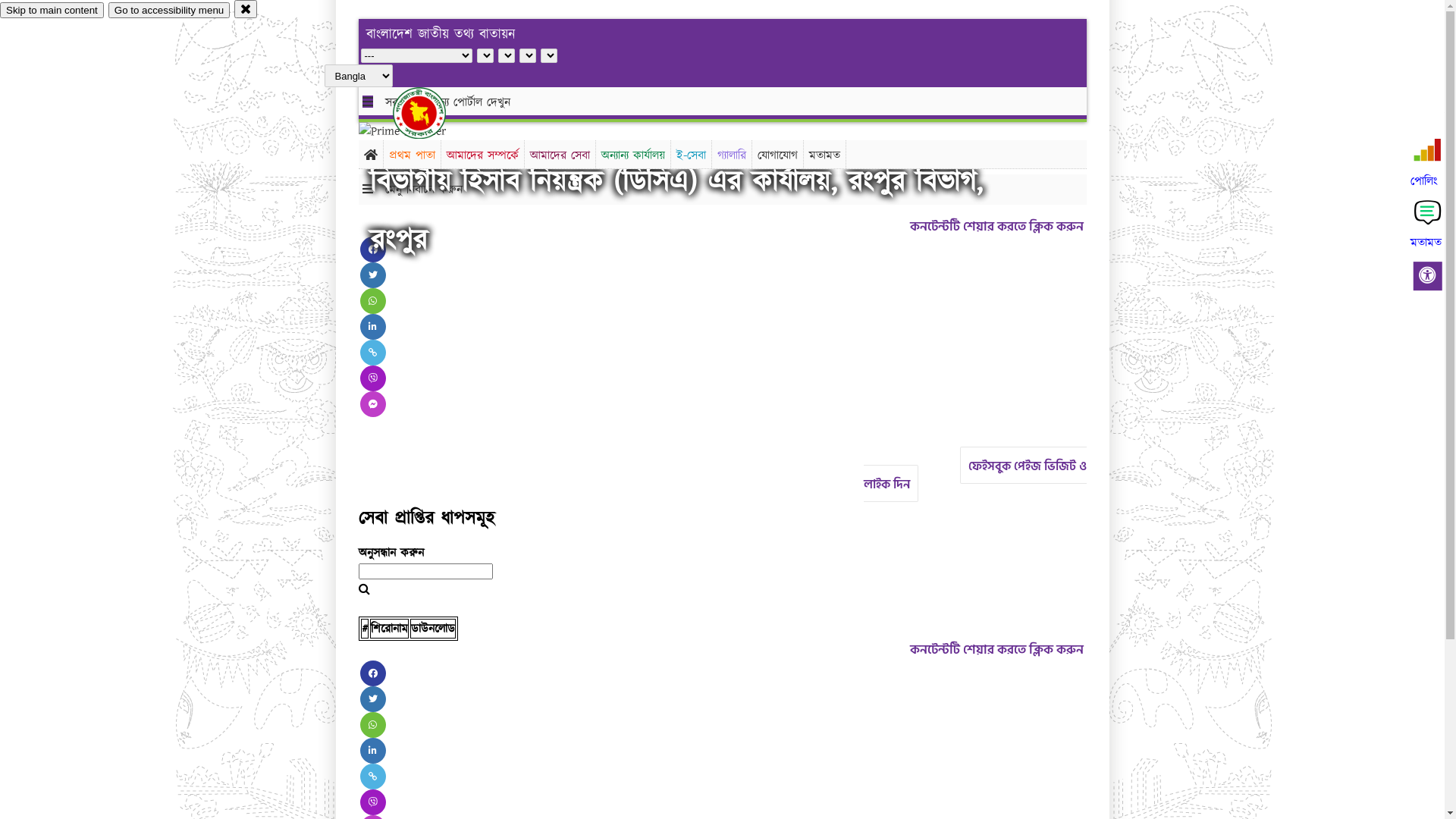 This screenshot has height=819, width=1456. Describe the element at coordinates (168, 10) in the screenshot. I see `'Go to accessibility menu'` at that location.